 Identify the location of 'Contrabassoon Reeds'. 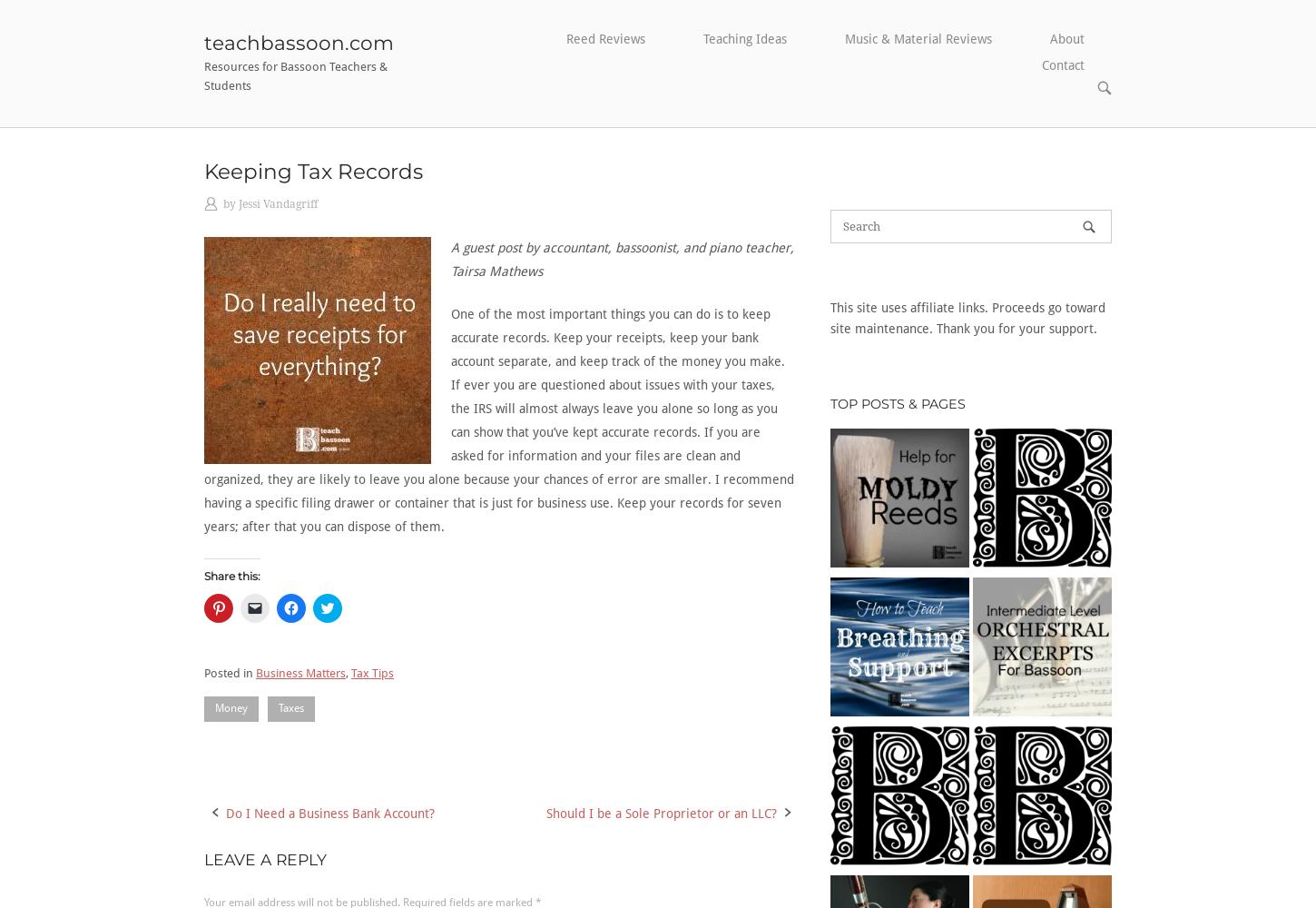
(605, 110).